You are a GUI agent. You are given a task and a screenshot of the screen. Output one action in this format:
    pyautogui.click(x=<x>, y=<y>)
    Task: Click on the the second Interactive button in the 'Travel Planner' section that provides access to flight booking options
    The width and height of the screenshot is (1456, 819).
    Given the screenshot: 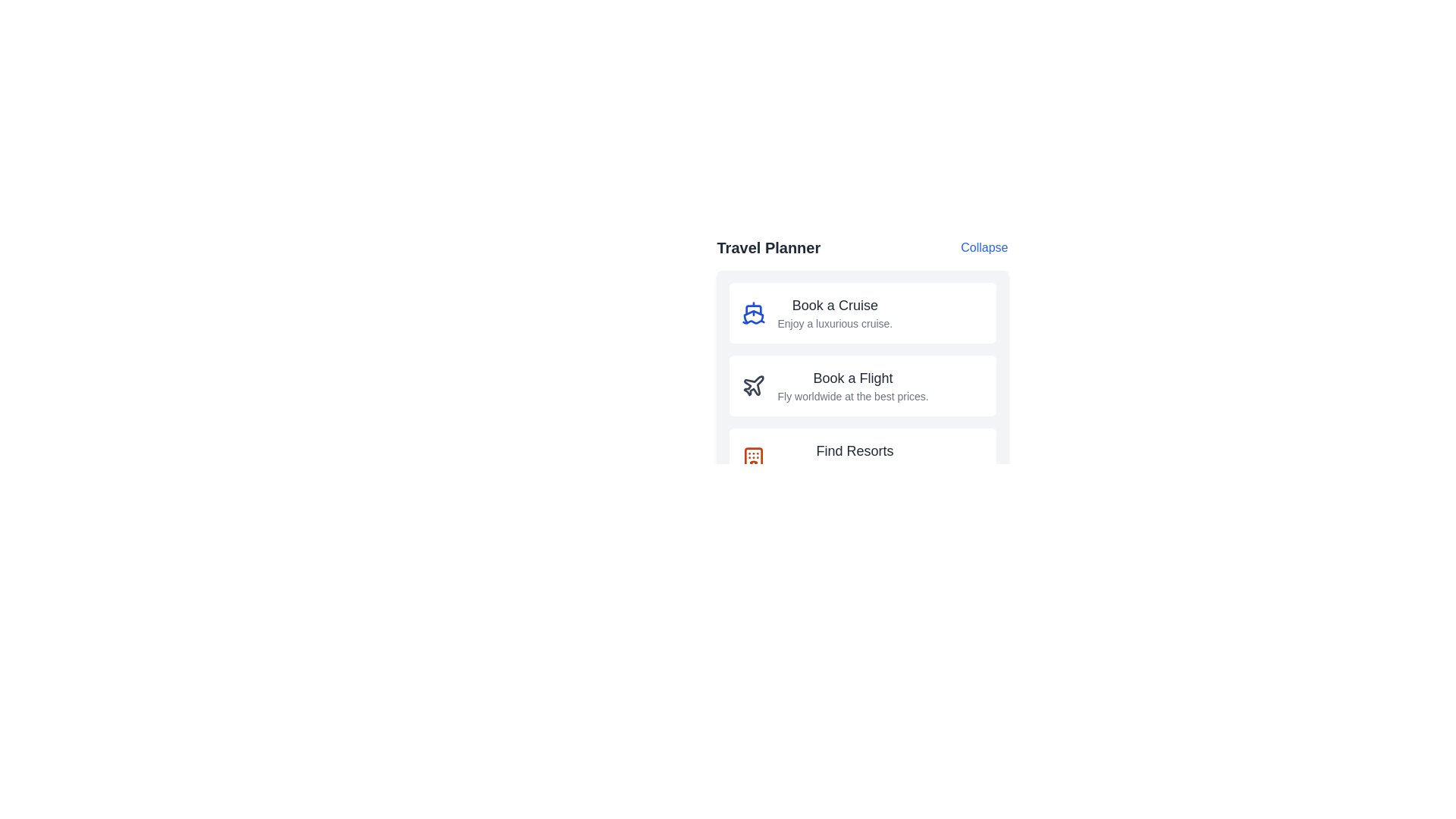 What is the action you would take?
    pyautogui.click(x=862, y=385)
    